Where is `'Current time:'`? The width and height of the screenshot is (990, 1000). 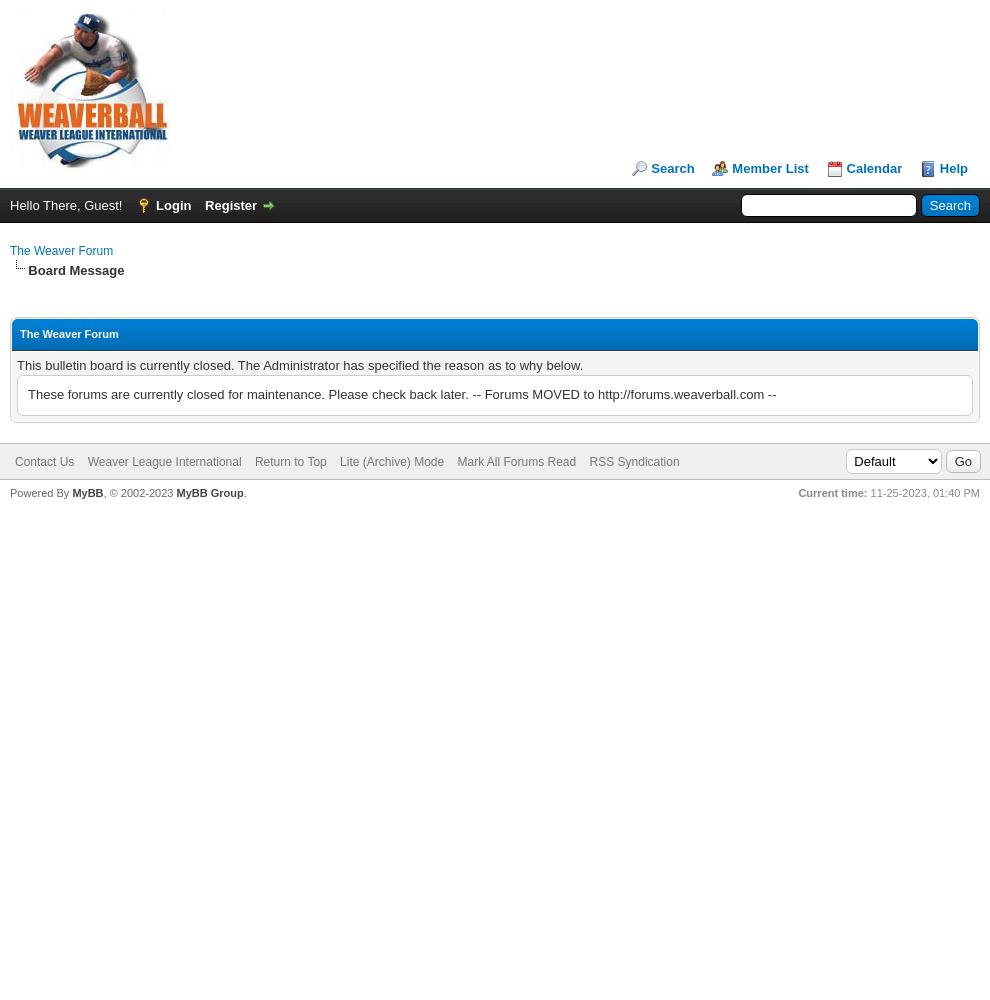
'Current time:' is located at coordinates (797, 491).